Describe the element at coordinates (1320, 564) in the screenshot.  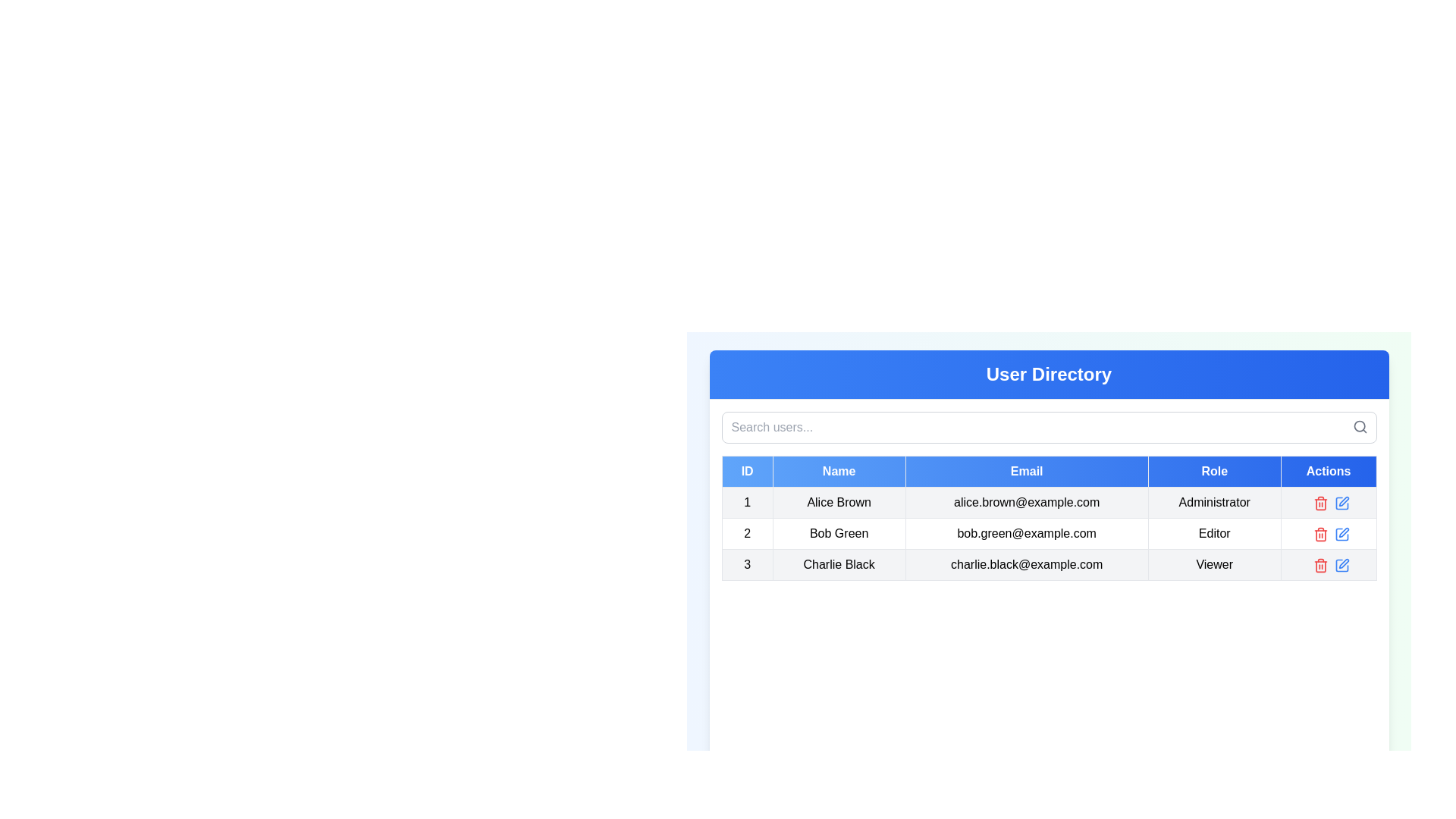
I see `the delete Icon button in the Actions column of the User Directory interface to initiate the delete action for the data entry of 'Charlie Black'` at that location.